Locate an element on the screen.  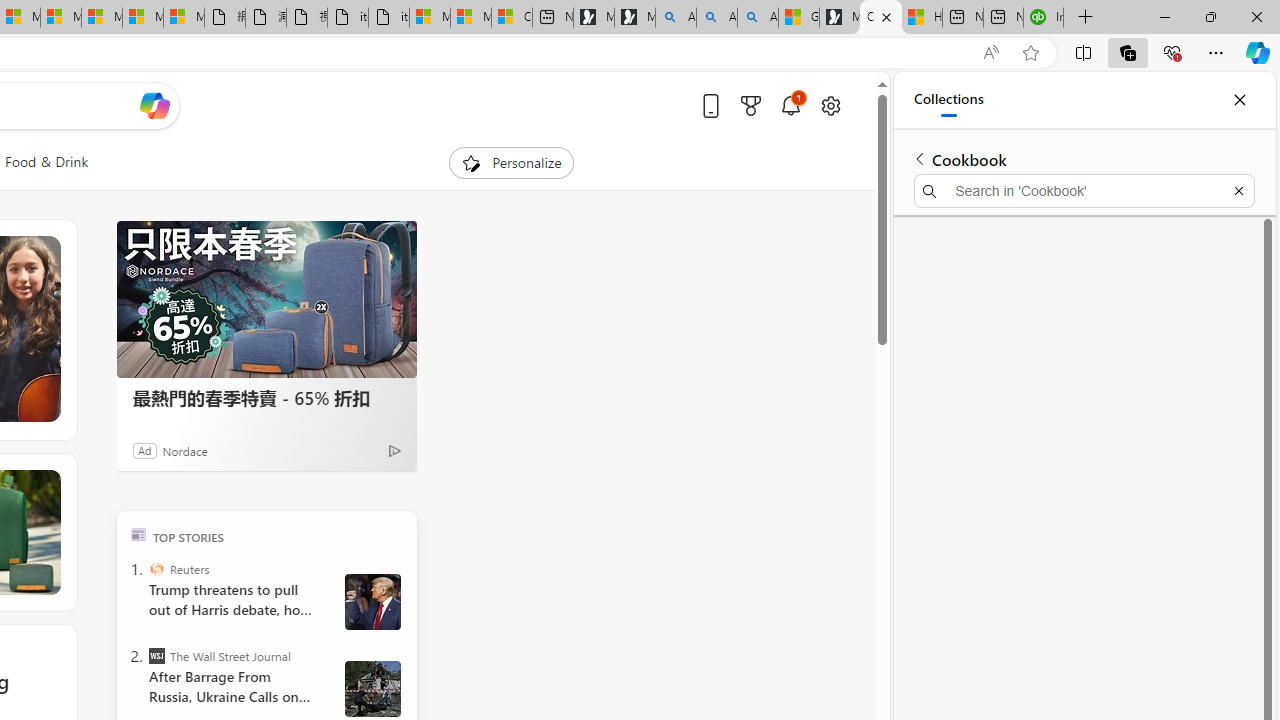
'The Wall Street Journal' is located at coordinates (155, 655).